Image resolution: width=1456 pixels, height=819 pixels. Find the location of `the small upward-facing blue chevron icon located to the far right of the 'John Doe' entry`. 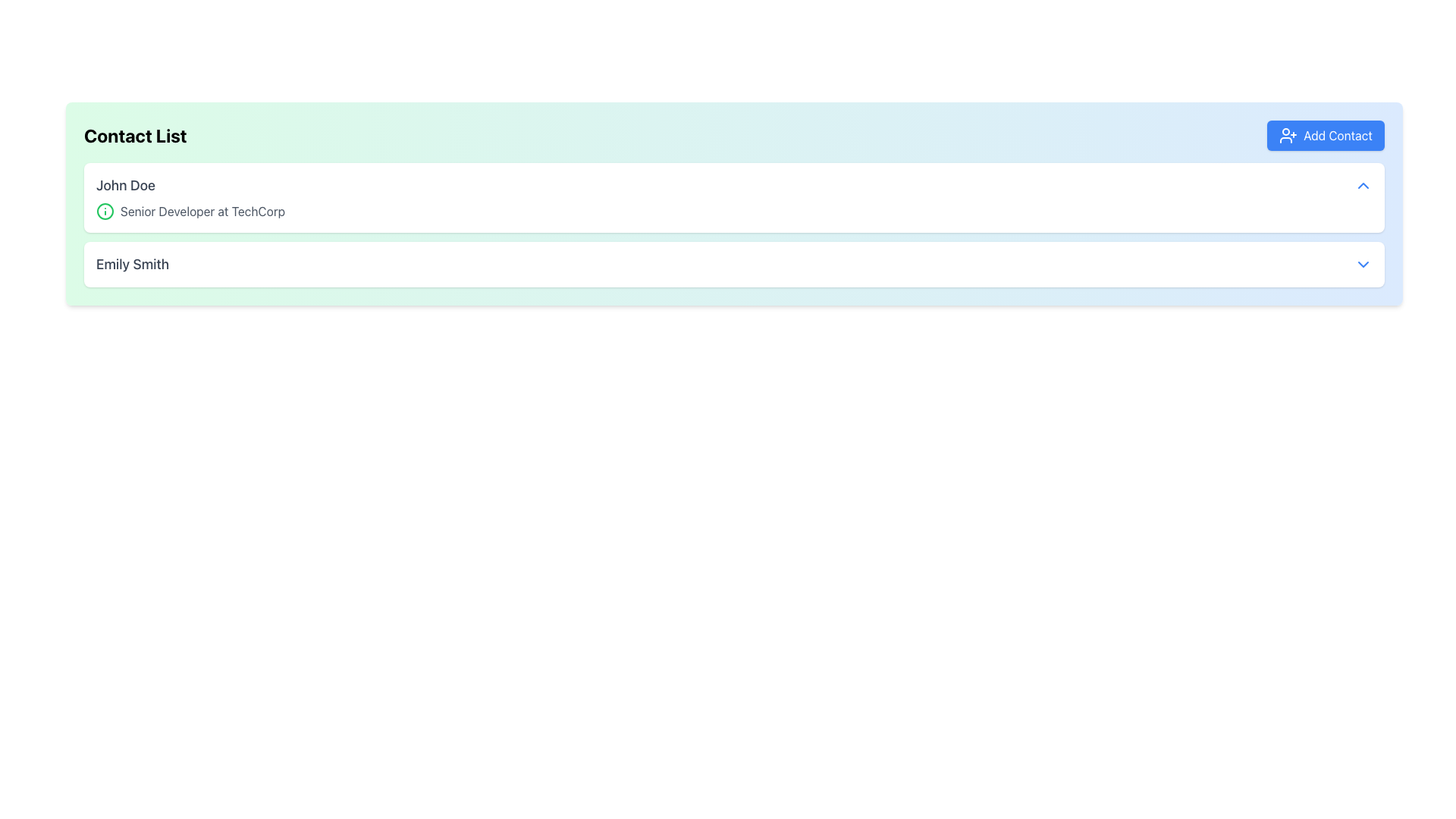

the small upward-facing blue chevron icon located to the far right of the 'John Doe' entry is located at coordinates (1363, 185).